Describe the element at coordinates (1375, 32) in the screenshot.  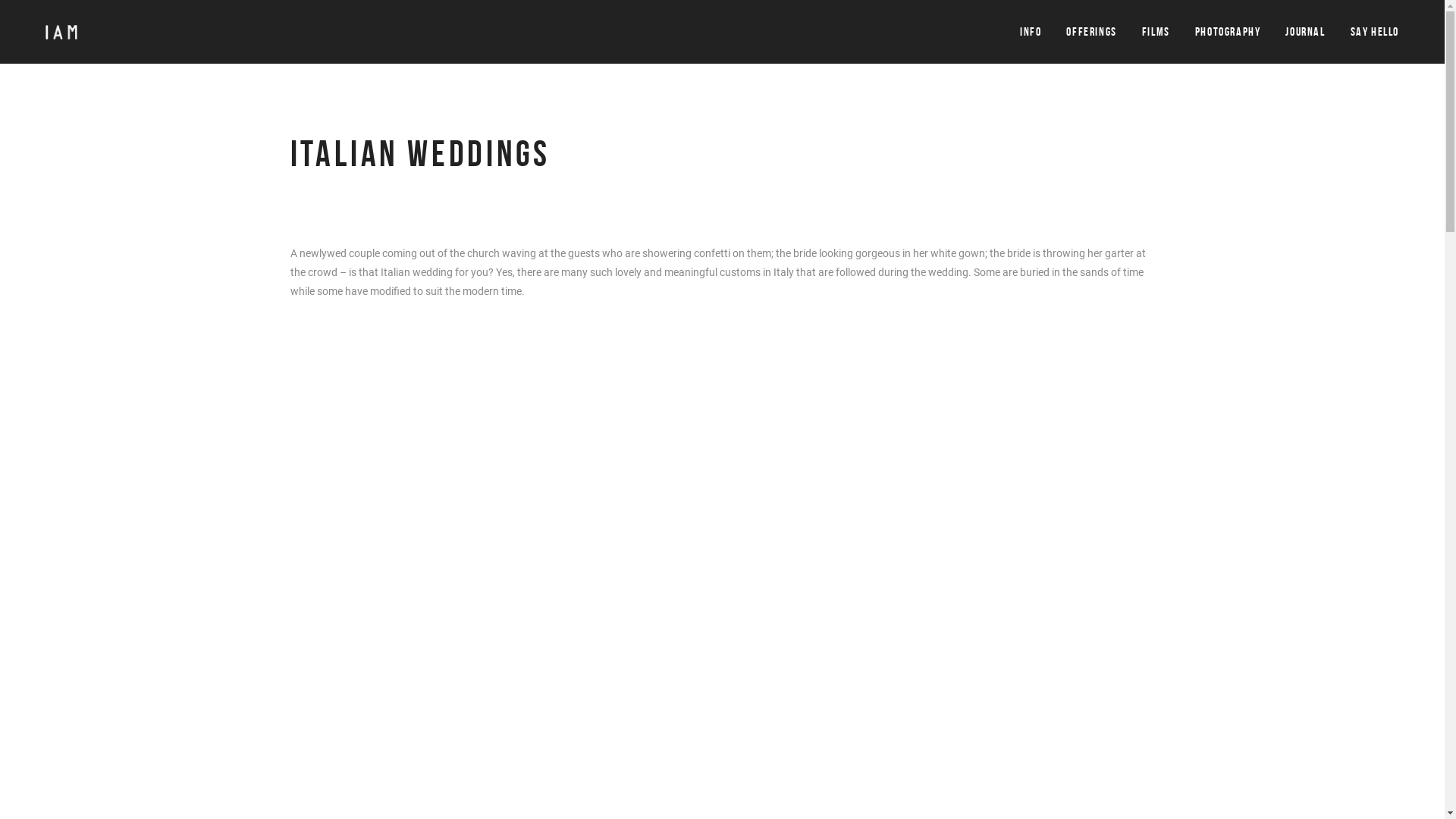
I see `'SAY HELLO'` at that location.